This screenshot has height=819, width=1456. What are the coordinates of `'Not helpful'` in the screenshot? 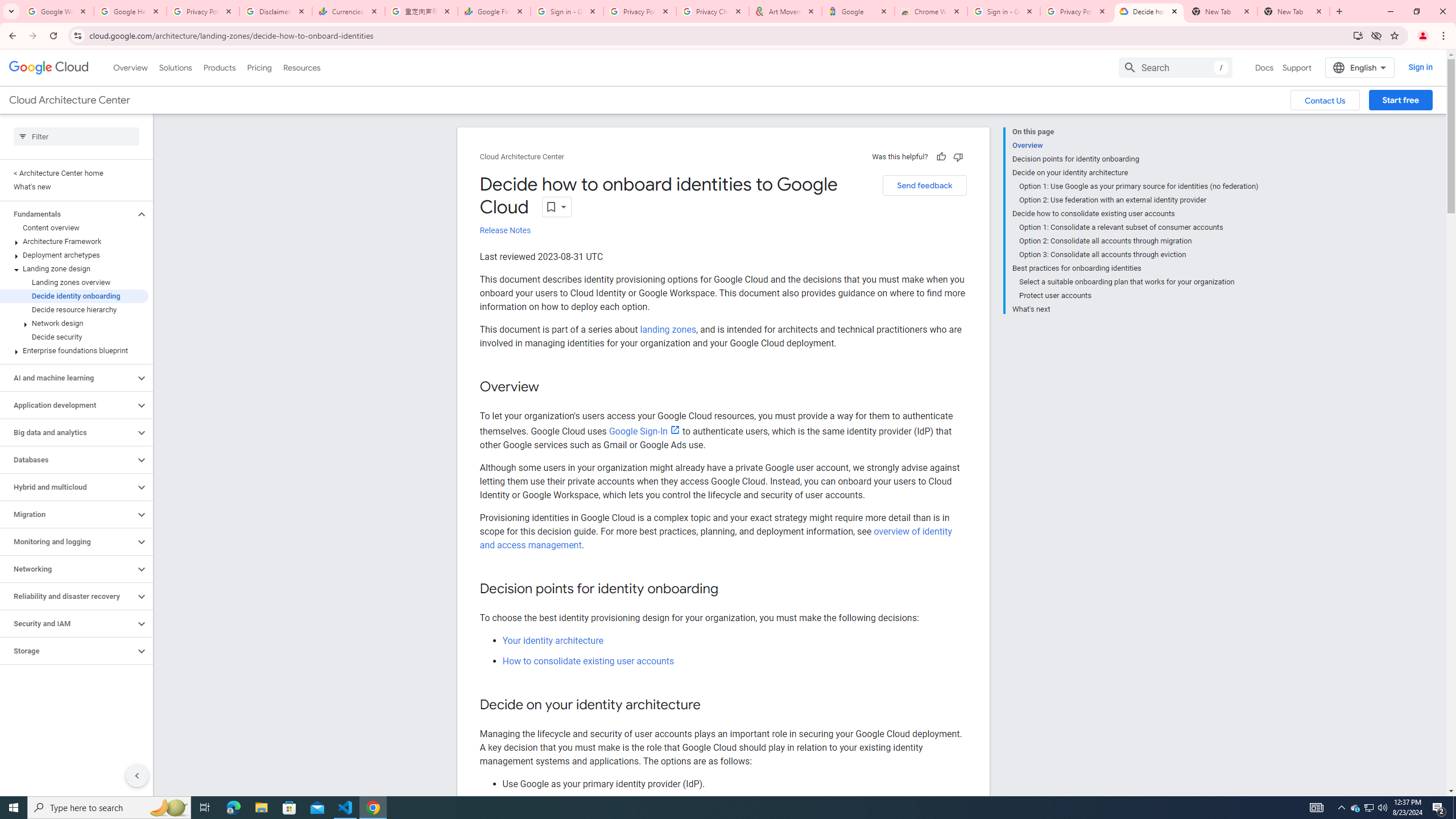 It's located at (957, 156).